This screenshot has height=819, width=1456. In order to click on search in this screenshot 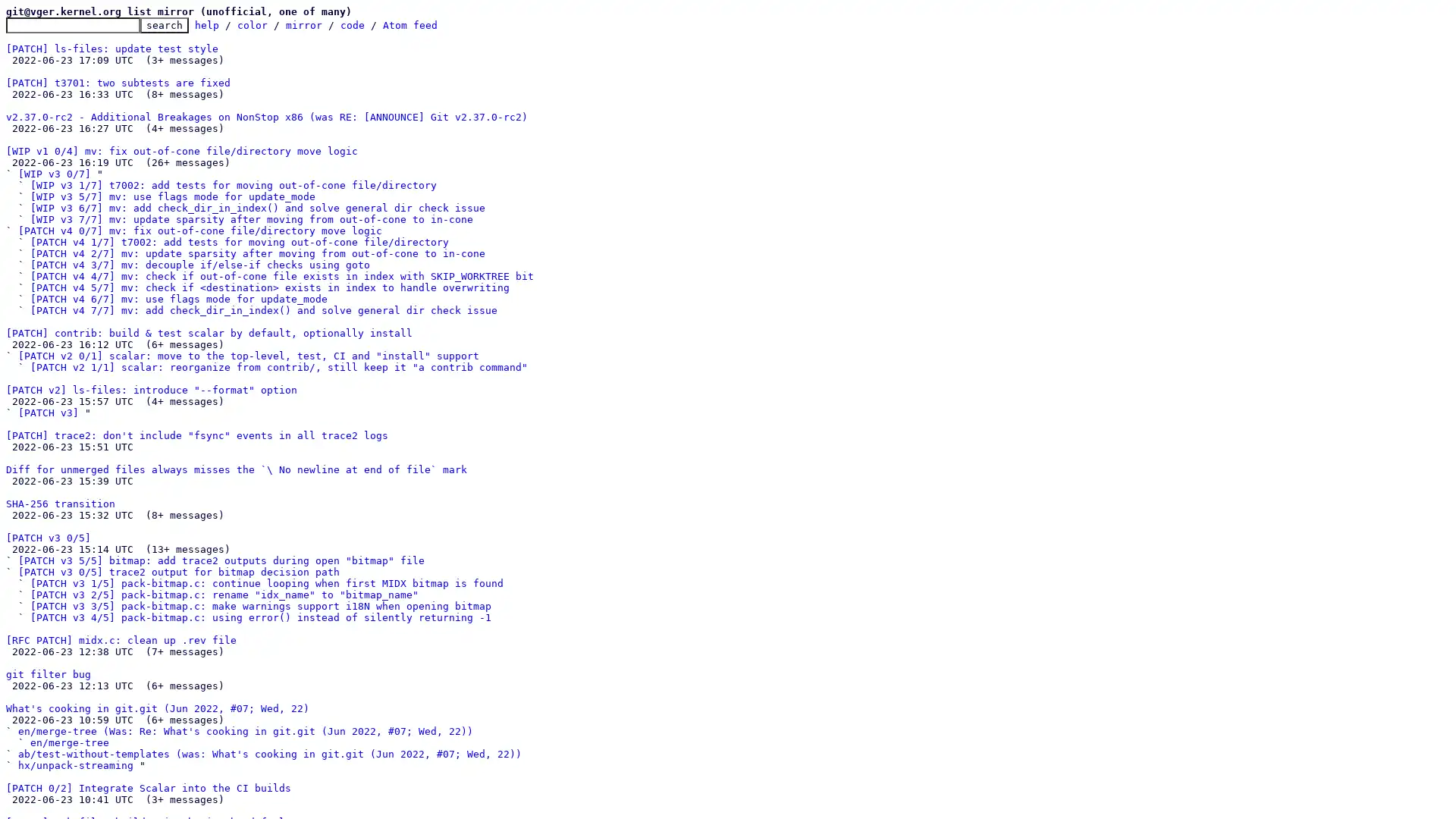, I will do `click(164, 25)`.